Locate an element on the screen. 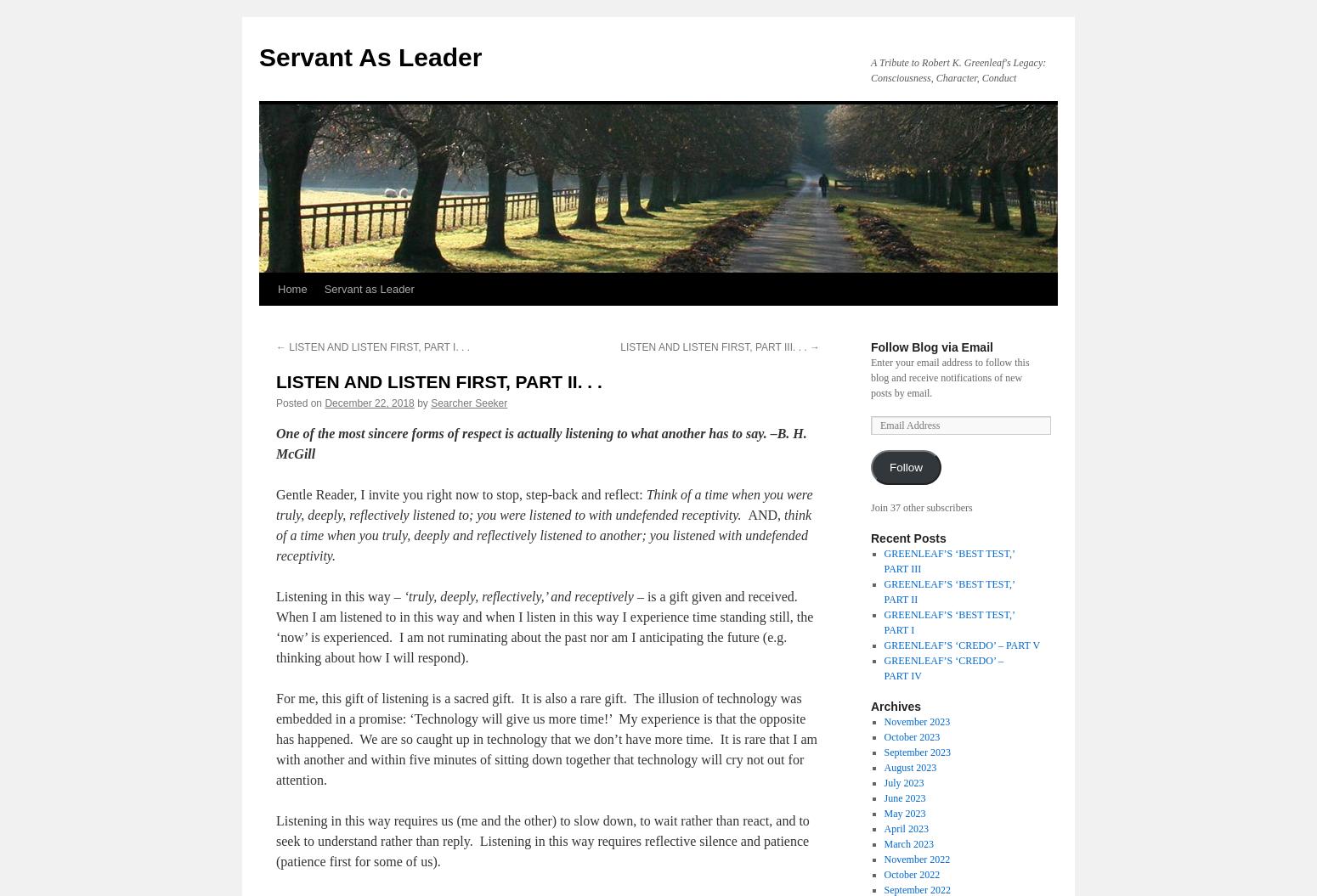  'Follow' is located at coordinates (905, 466).